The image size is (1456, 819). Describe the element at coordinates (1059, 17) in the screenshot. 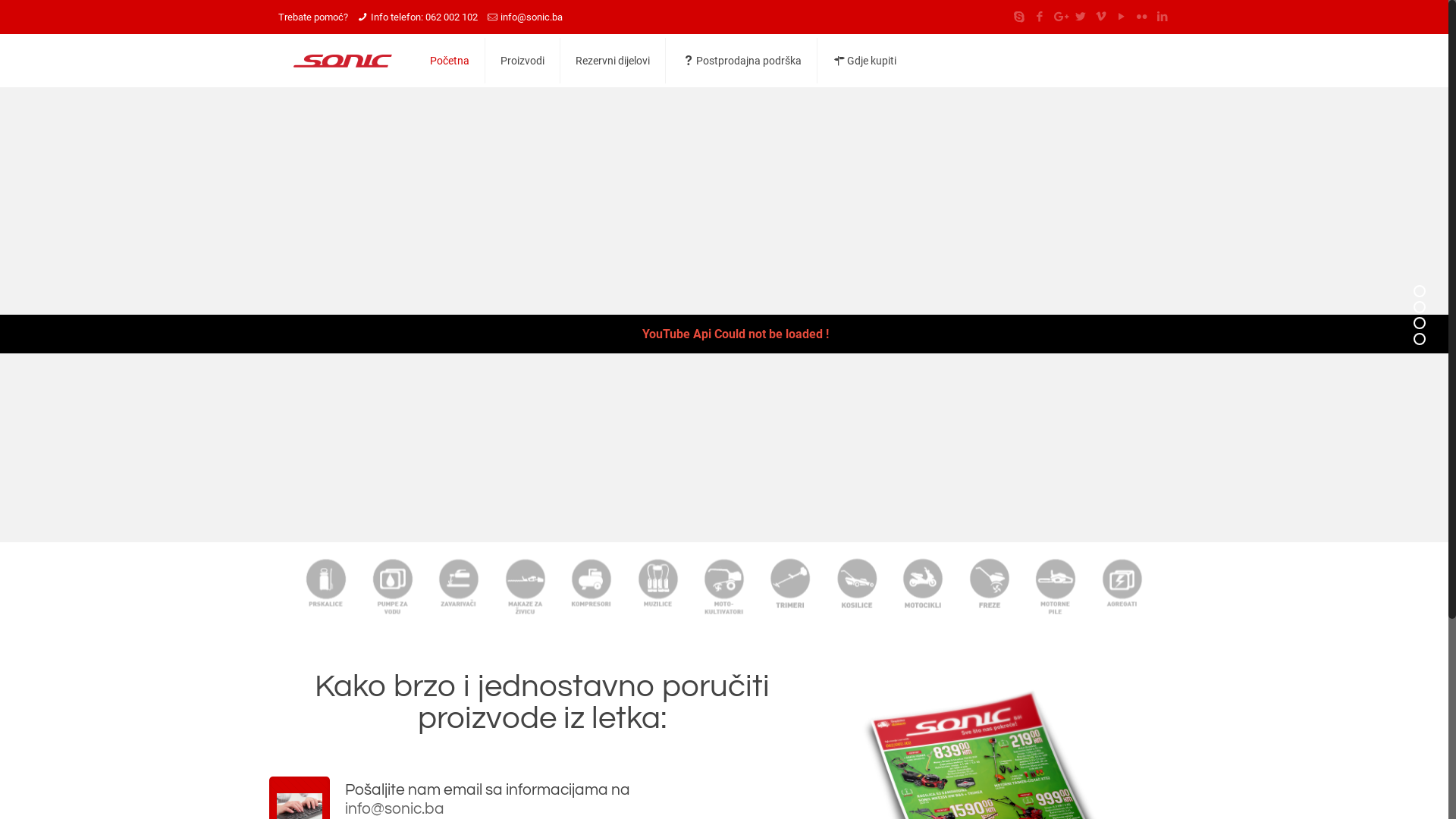

I see `'Google+'` at that location.